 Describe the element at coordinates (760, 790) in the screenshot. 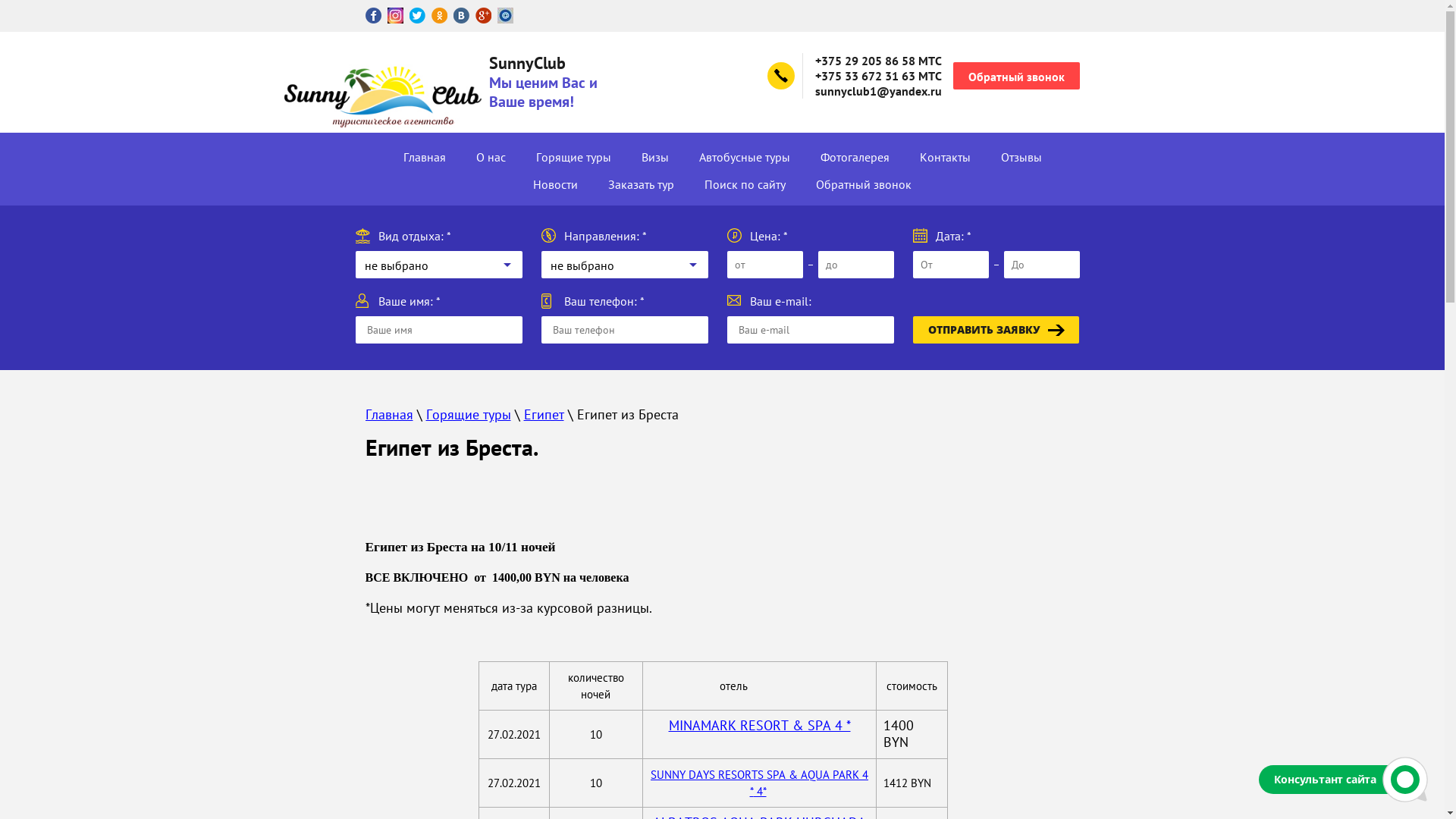

I see `' 4*'` at that location.